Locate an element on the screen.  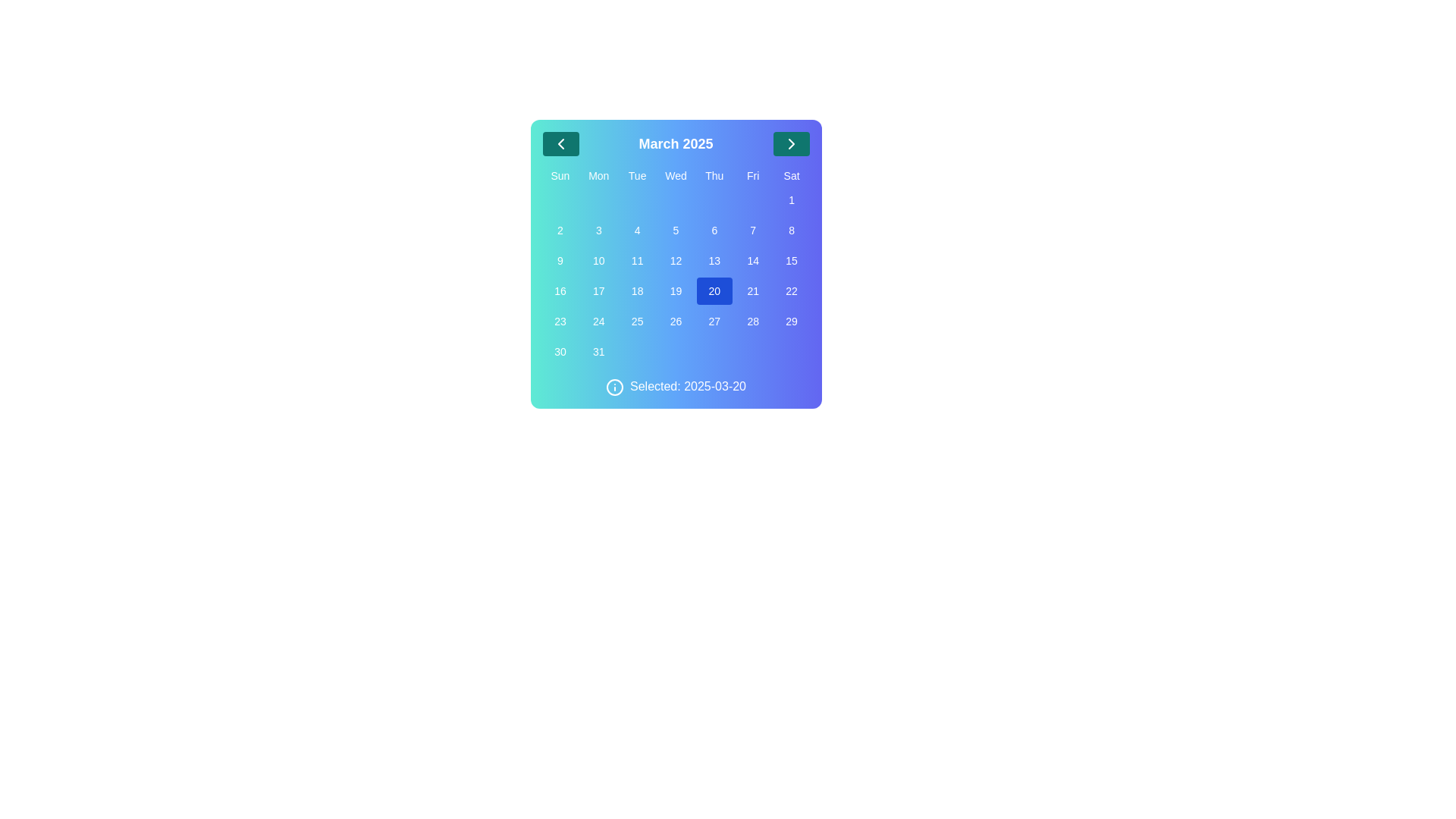
the day number in the calendar grid for March 2025 is located at coordinates (675, 265).